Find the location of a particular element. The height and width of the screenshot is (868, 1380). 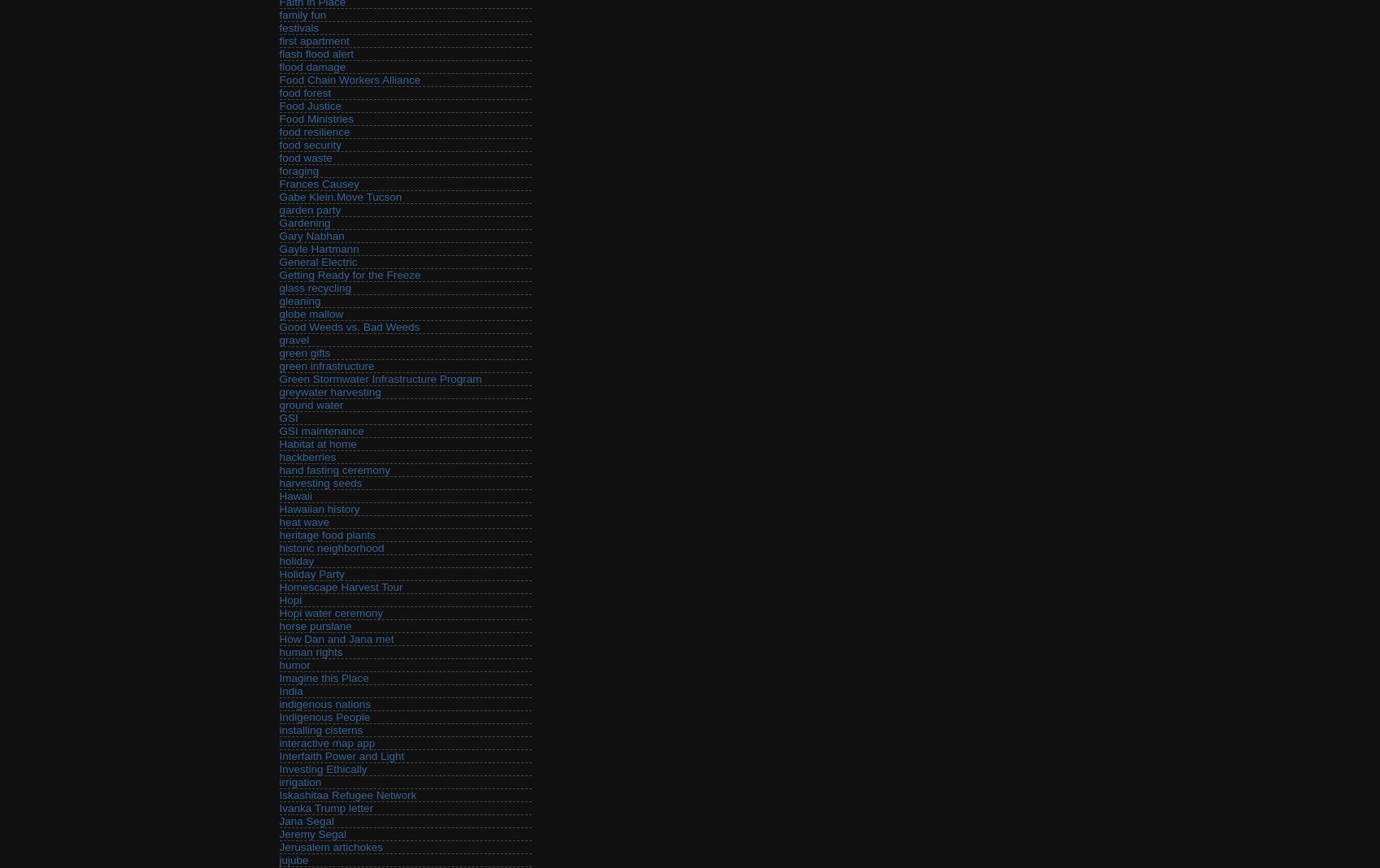

'Frances Causey' is located at coordinates (318, 184).